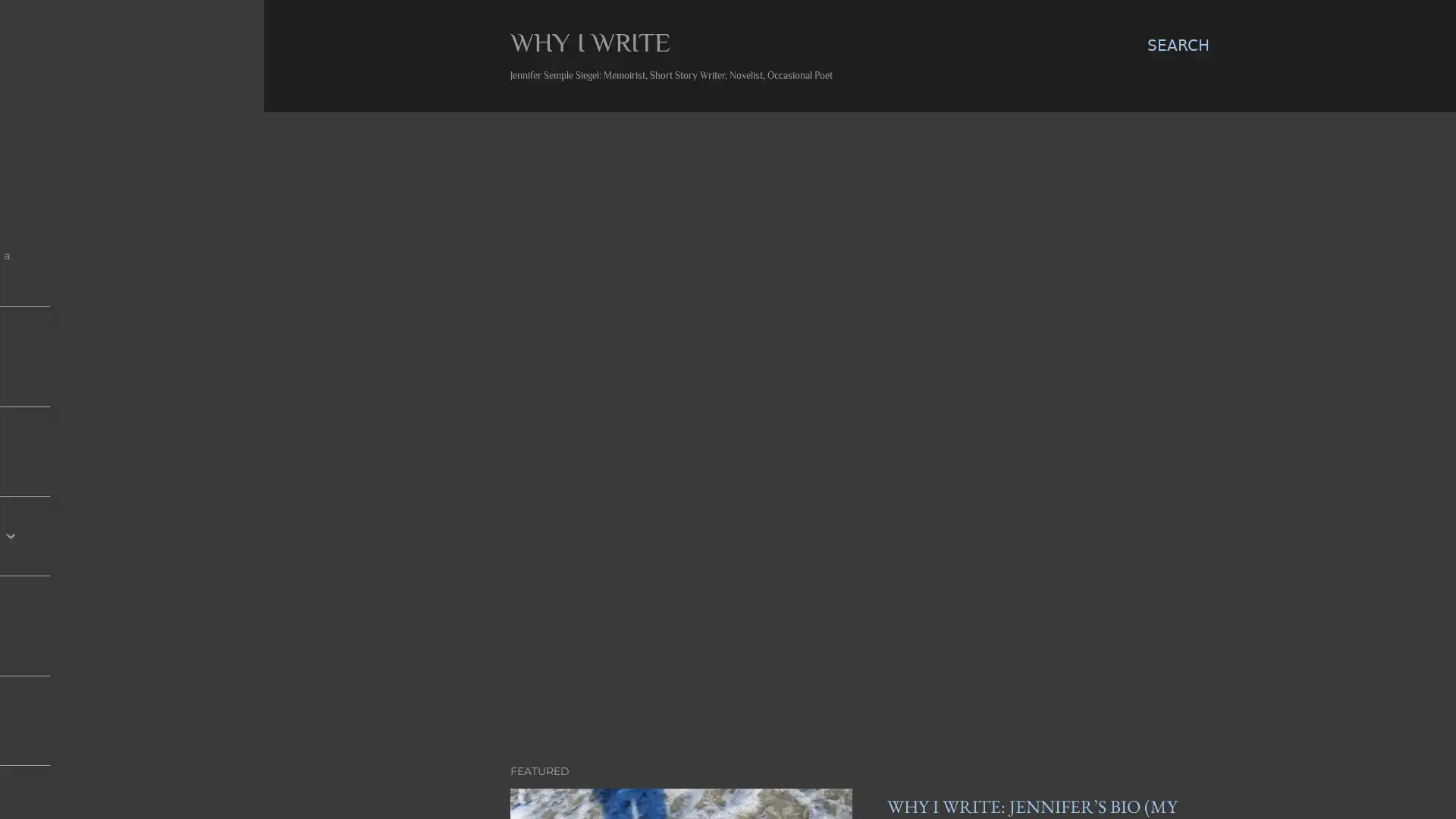  I want to click on Search, so click(1178, 45).